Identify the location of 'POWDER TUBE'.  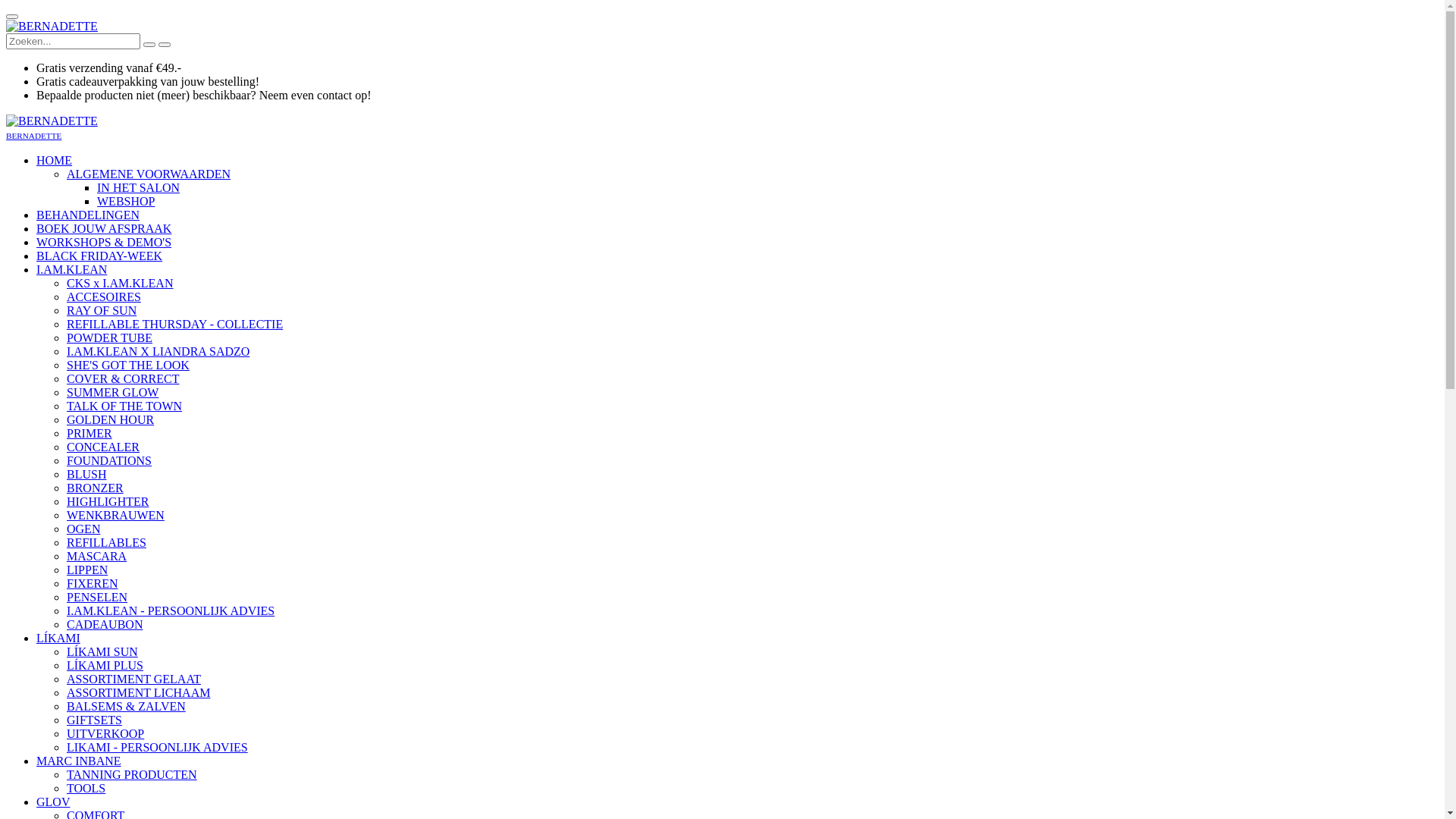
(108, 337).